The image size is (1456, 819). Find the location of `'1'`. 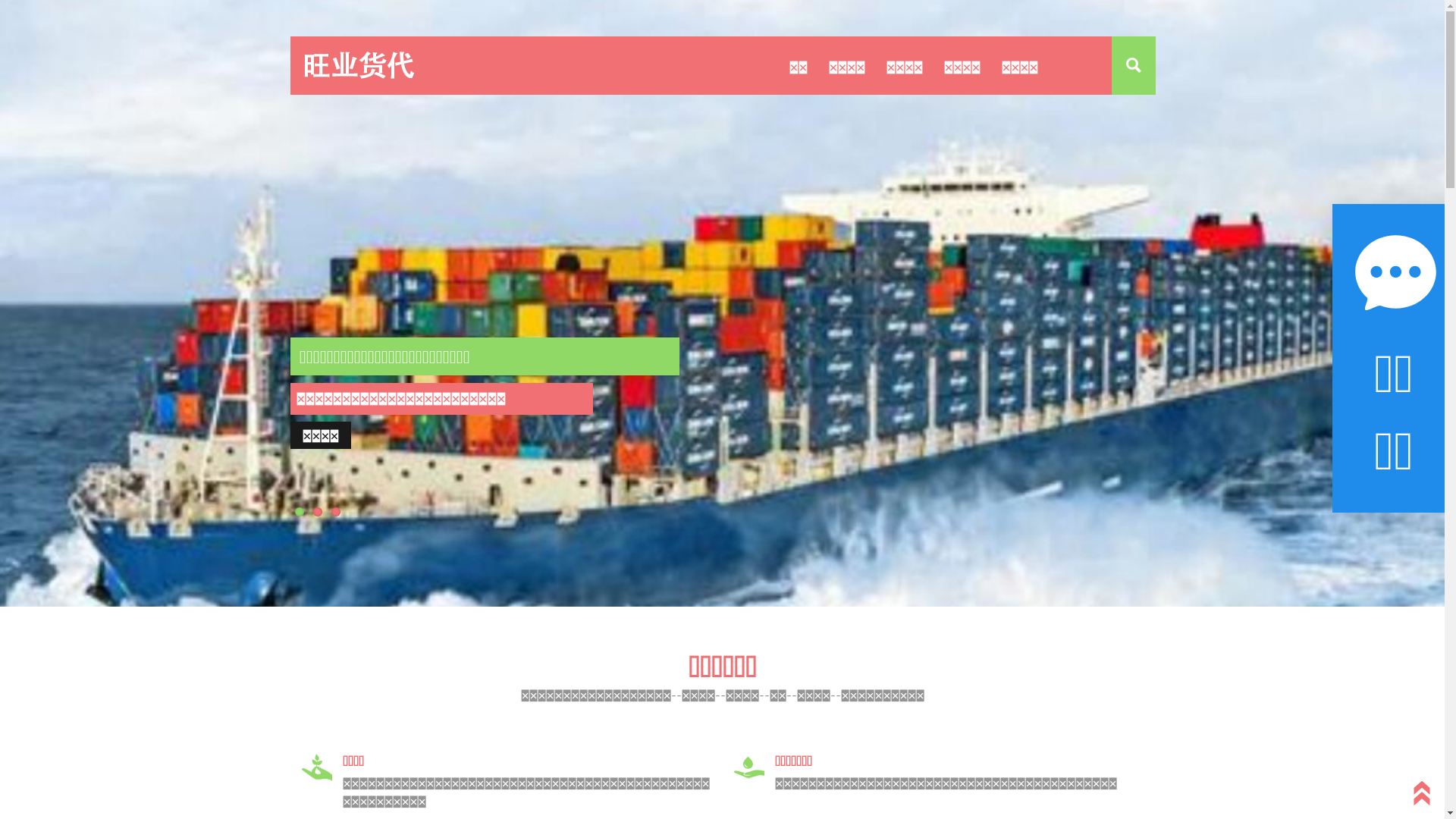

'1' is located at coordinates (294, 512).